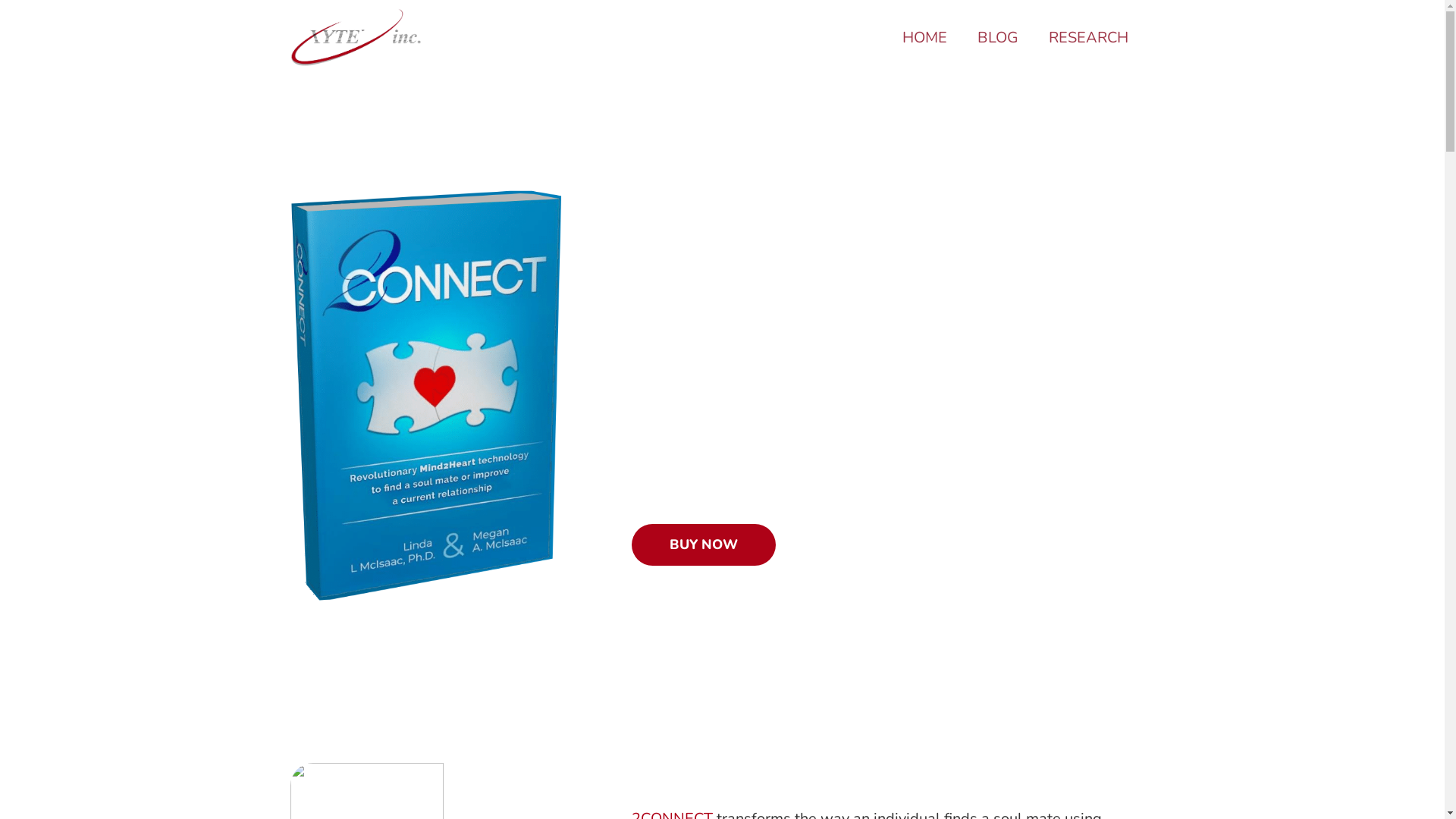  Describe the element at coordinates (1087, 37) in the screenshot. I see `'RESEARCH'` at that location.